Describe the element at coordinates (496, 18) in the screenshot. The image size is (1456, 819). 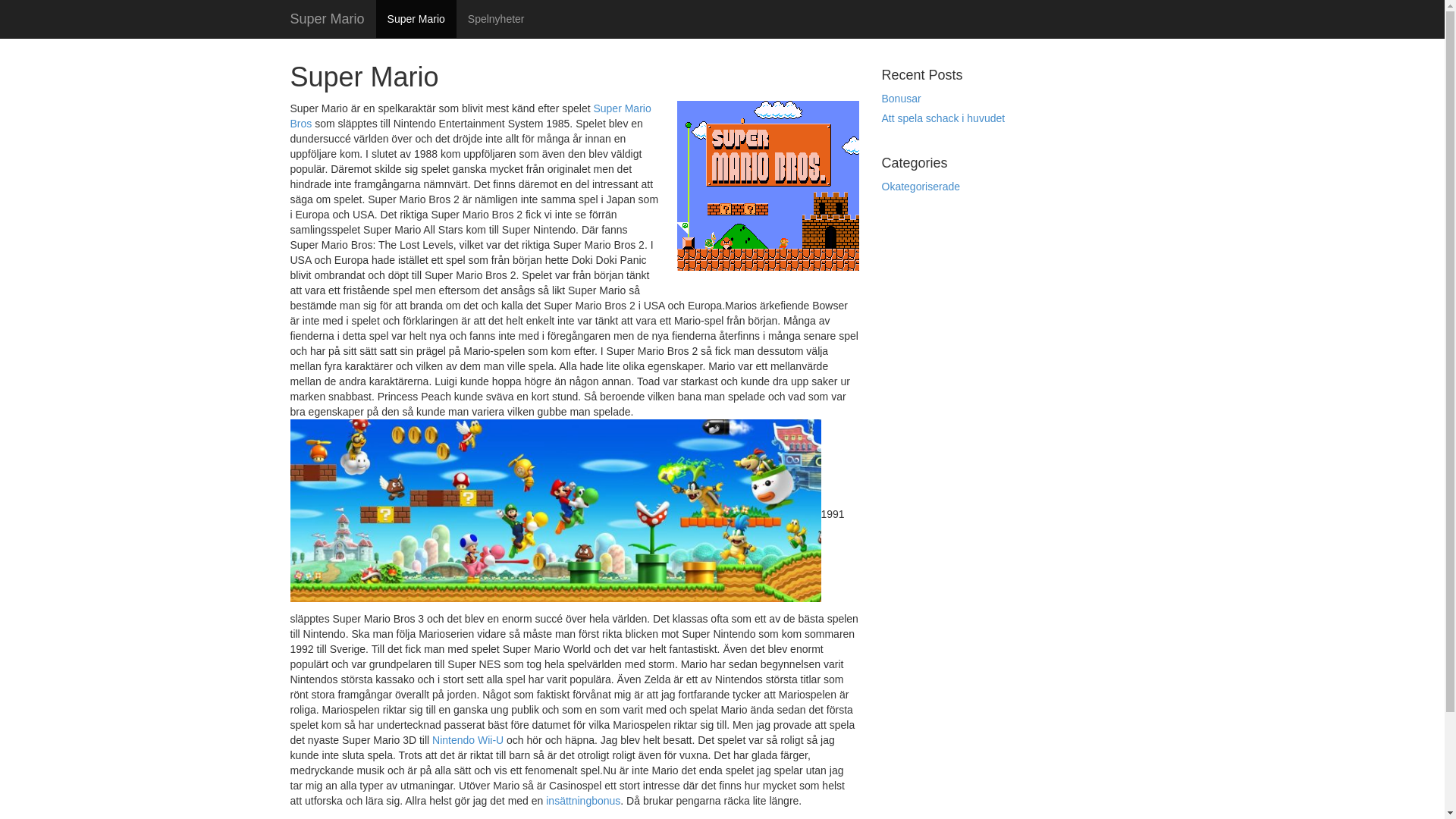
I see `'Spelnyheter'` at that location.